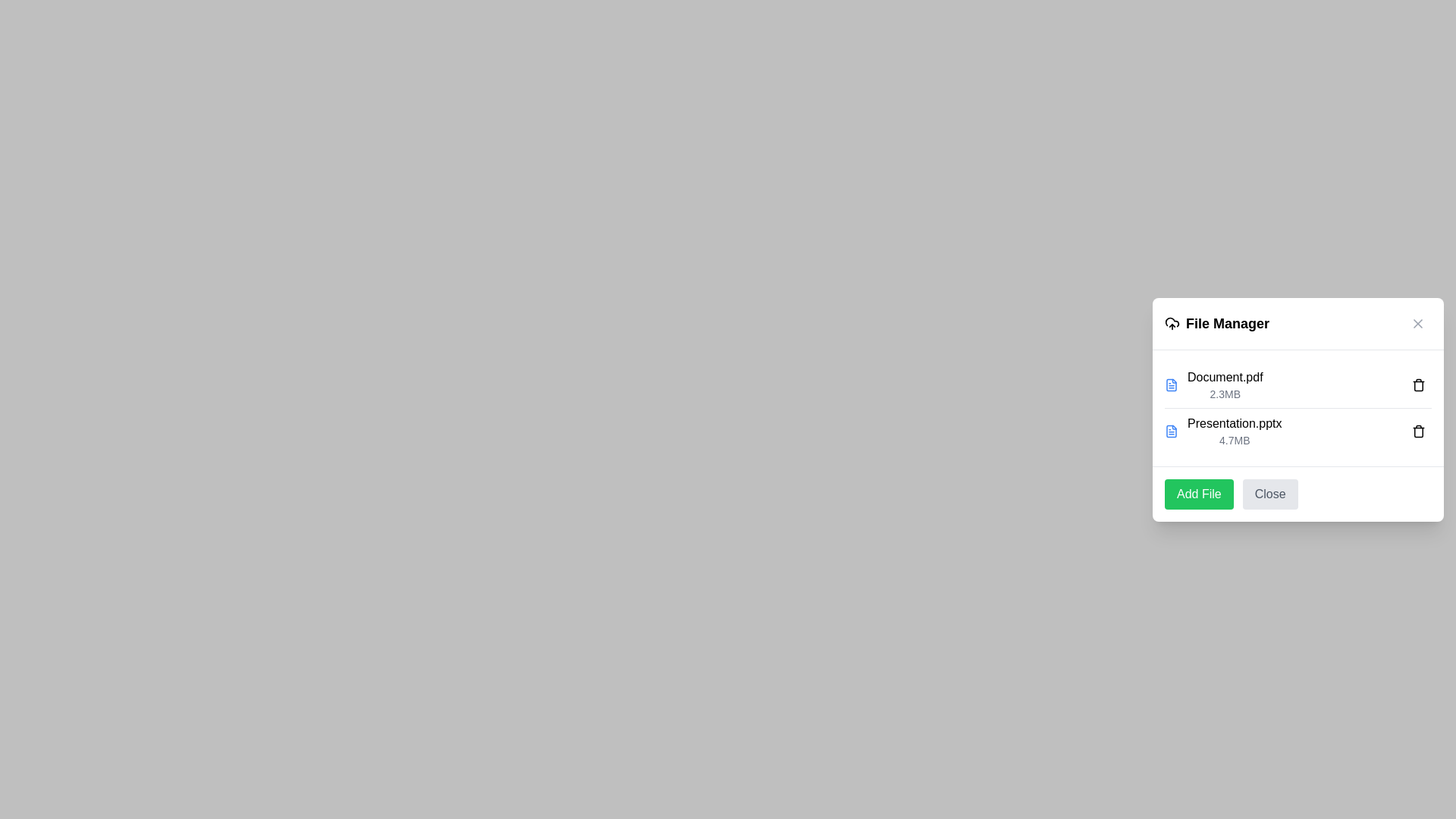 The width and height of the screenshot is (1456, 819). I want to click on the PDF document icon located to the left of the text labeled 'Document.pdf 2.3MB' in the file management interface, so click(1171, 383).